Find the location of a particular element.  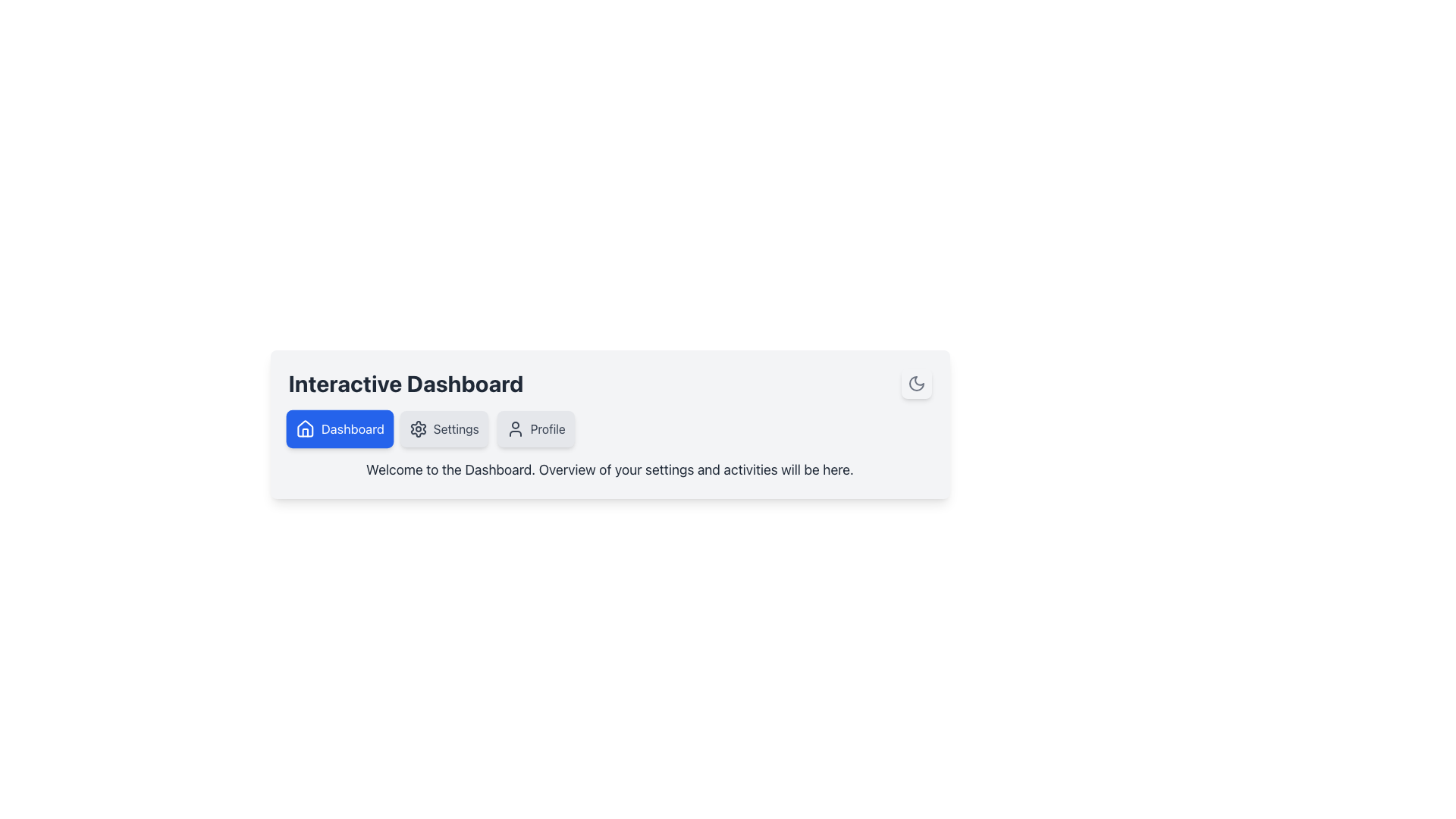

the Text Label within the button interface that represents a navigation link or action related to user or application settings is located at coordinates (455, 429).